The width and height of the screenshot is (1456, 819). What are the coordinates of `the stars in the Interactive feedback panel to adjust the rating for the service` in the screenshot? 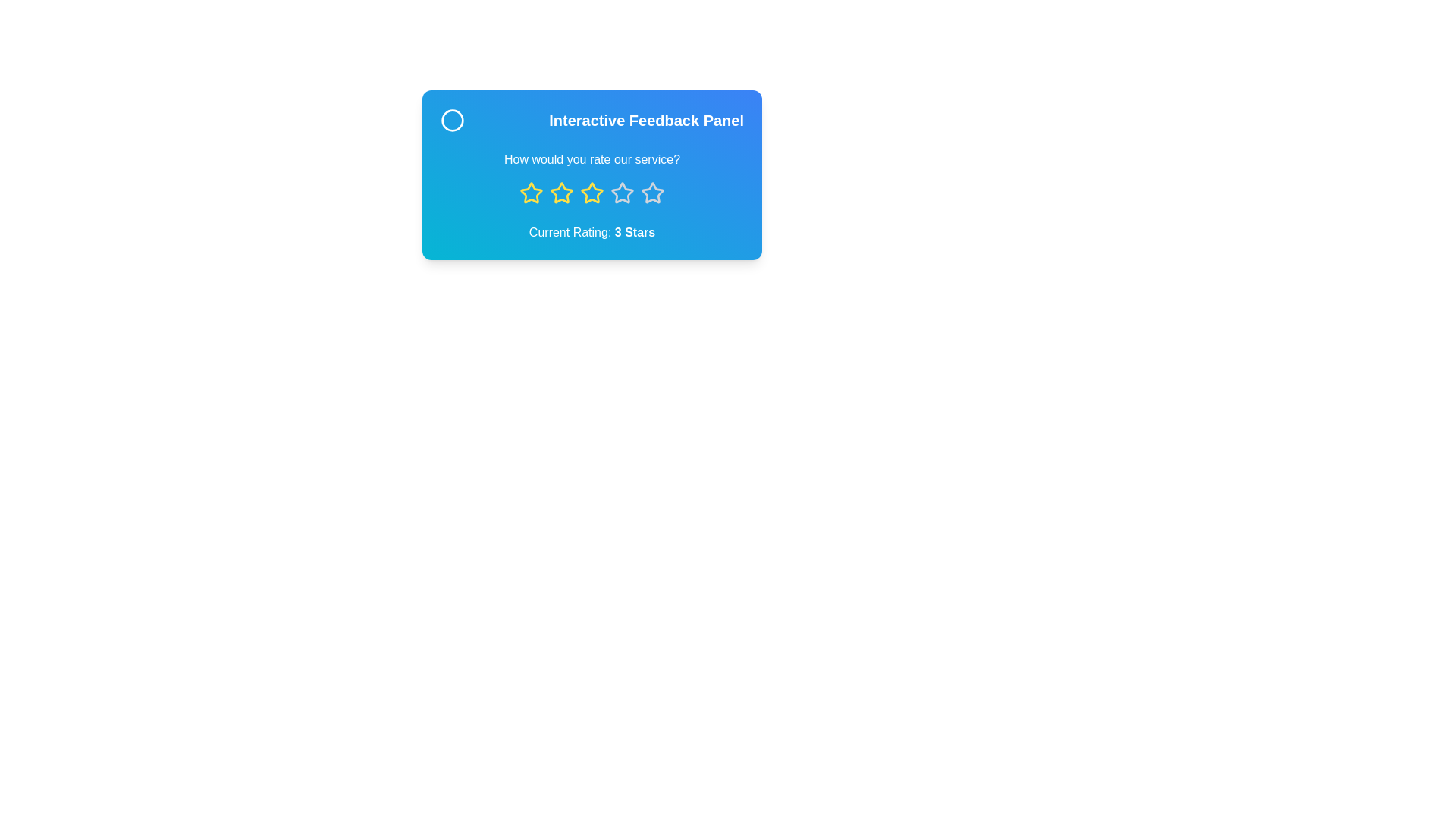 It's located at (591, 174).